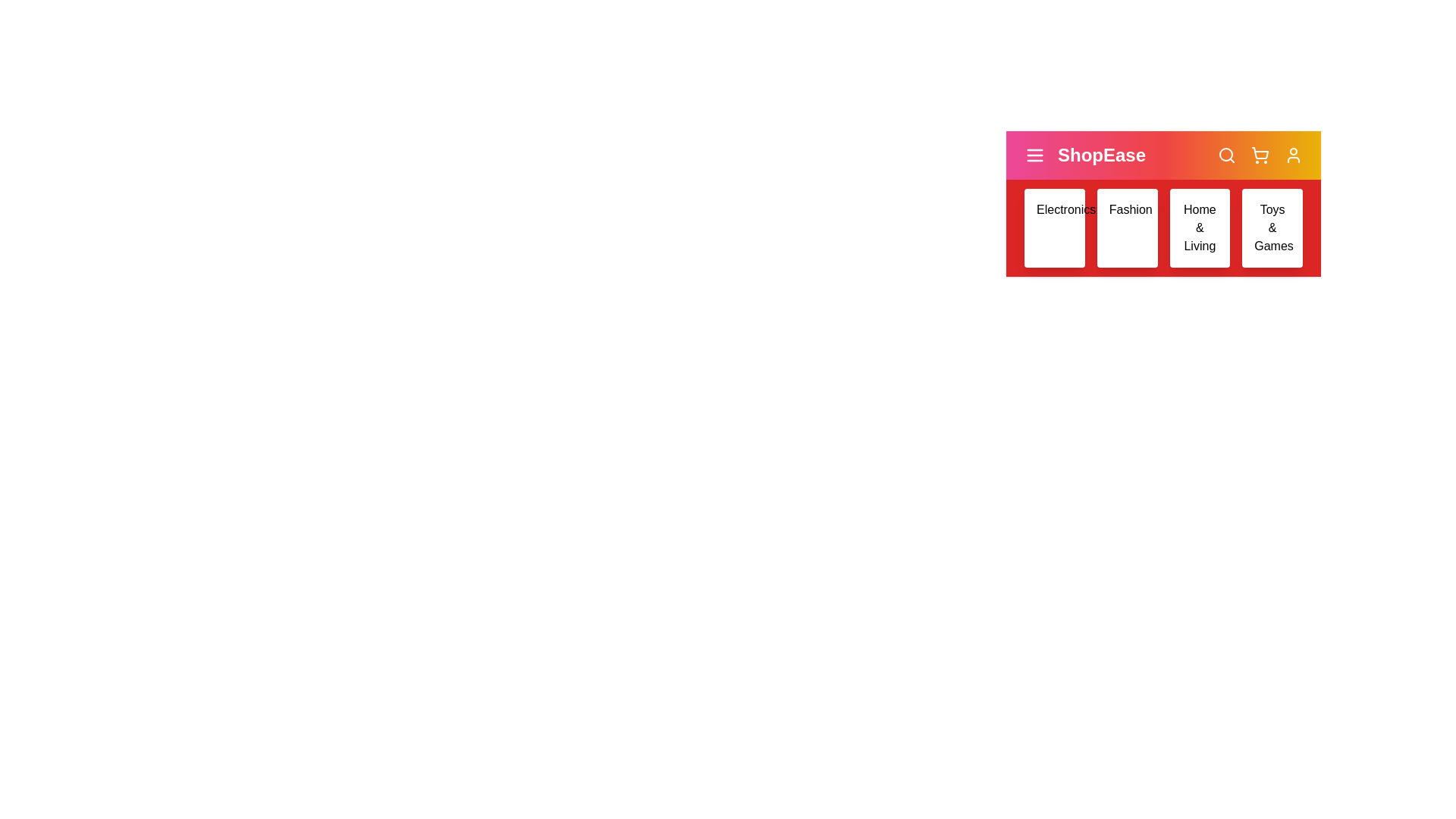  Describe the element at coordinates (1127, 227) in the screenshot. I see `the category Fashion to view its hover effect` at that location.